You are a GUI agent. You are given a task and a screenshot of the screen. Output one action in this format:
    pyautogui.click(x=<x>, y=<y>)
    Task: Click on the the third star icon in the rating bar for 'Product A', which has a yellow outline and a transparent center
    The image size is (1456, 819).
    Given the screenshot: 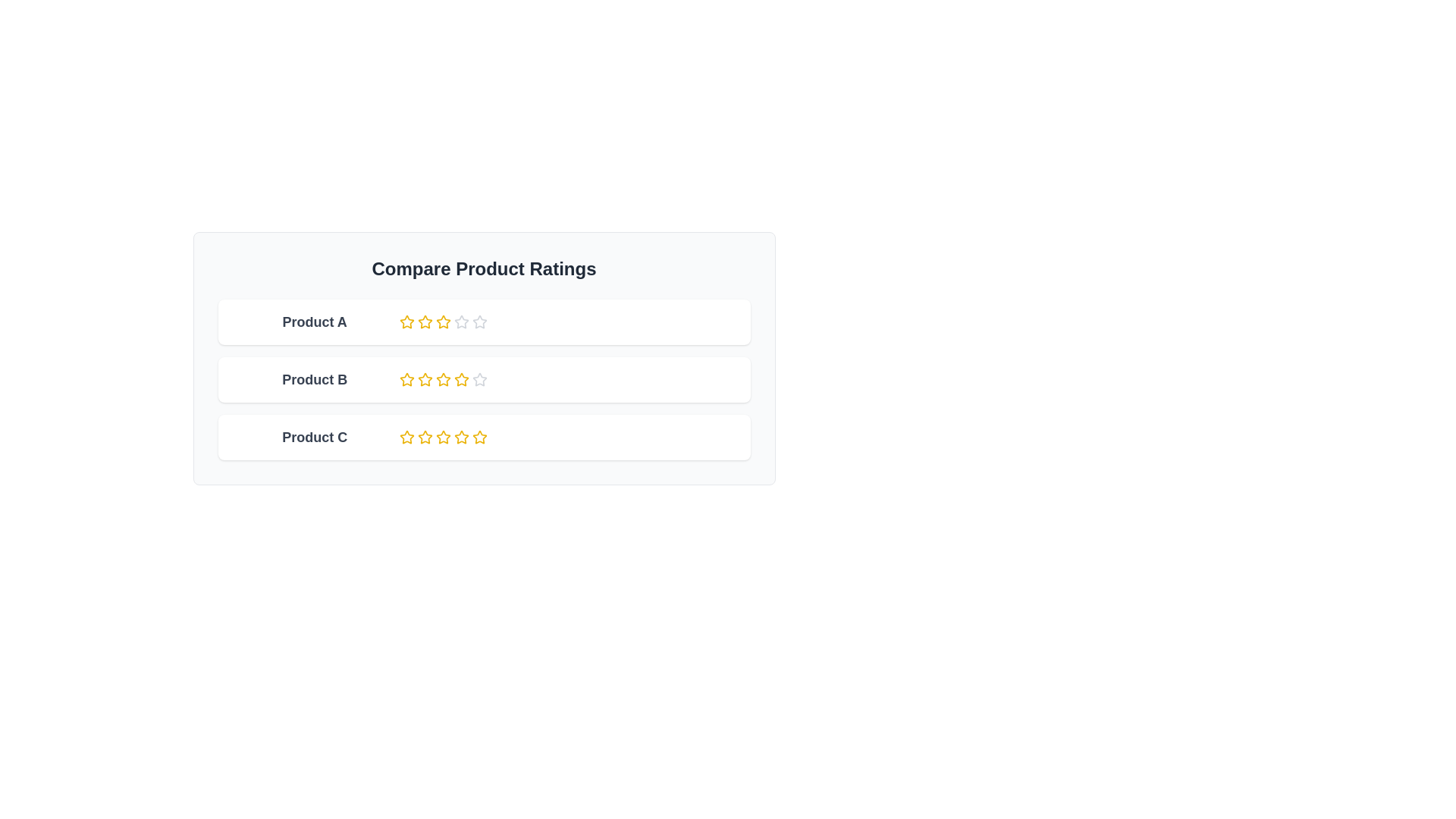 What is the action you would take?
    pyautogui.click(x=442, y=321)
    